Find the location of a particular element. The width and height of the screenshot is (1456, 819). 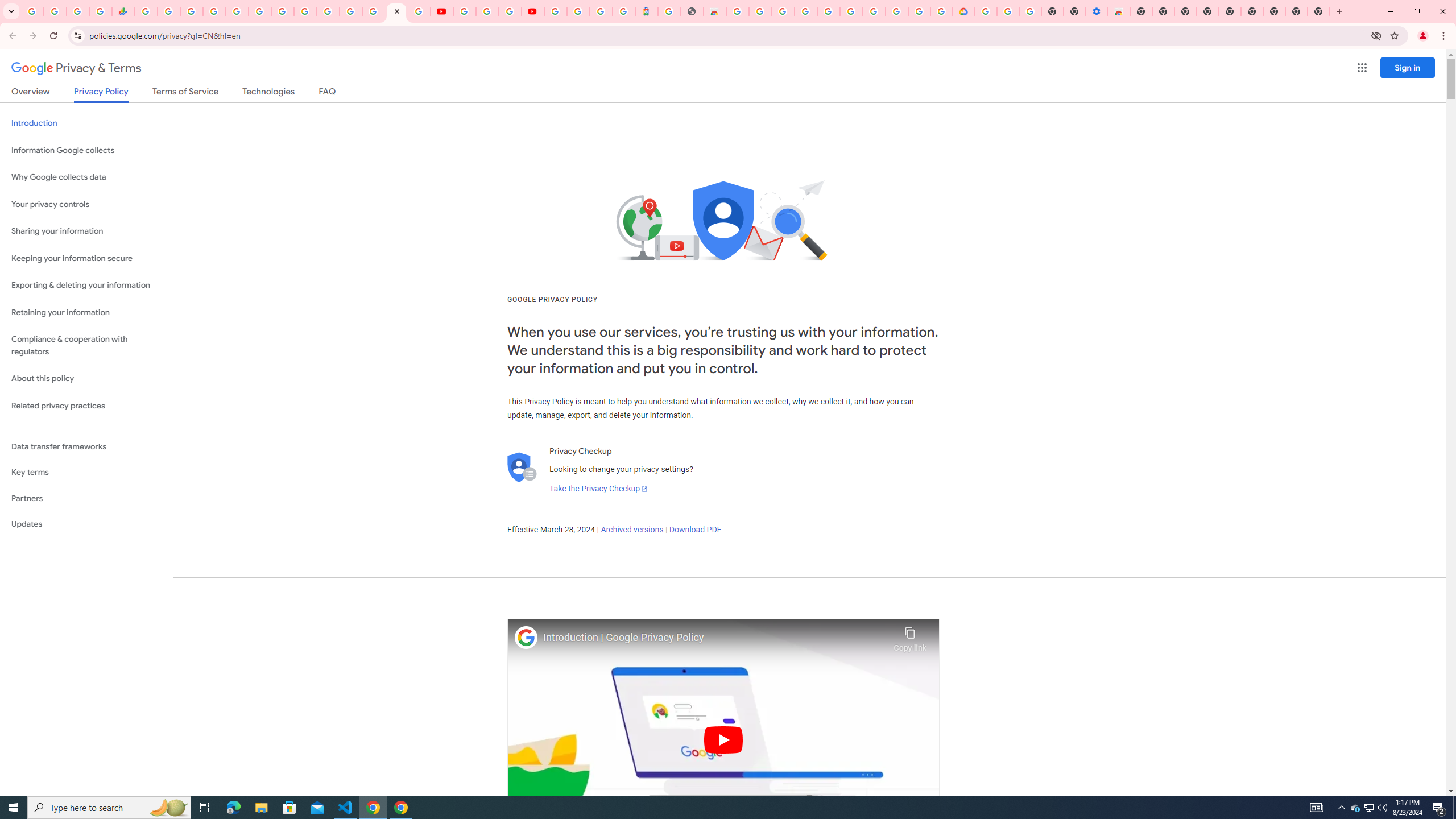

'Back' is located at coordinates (11, 35).